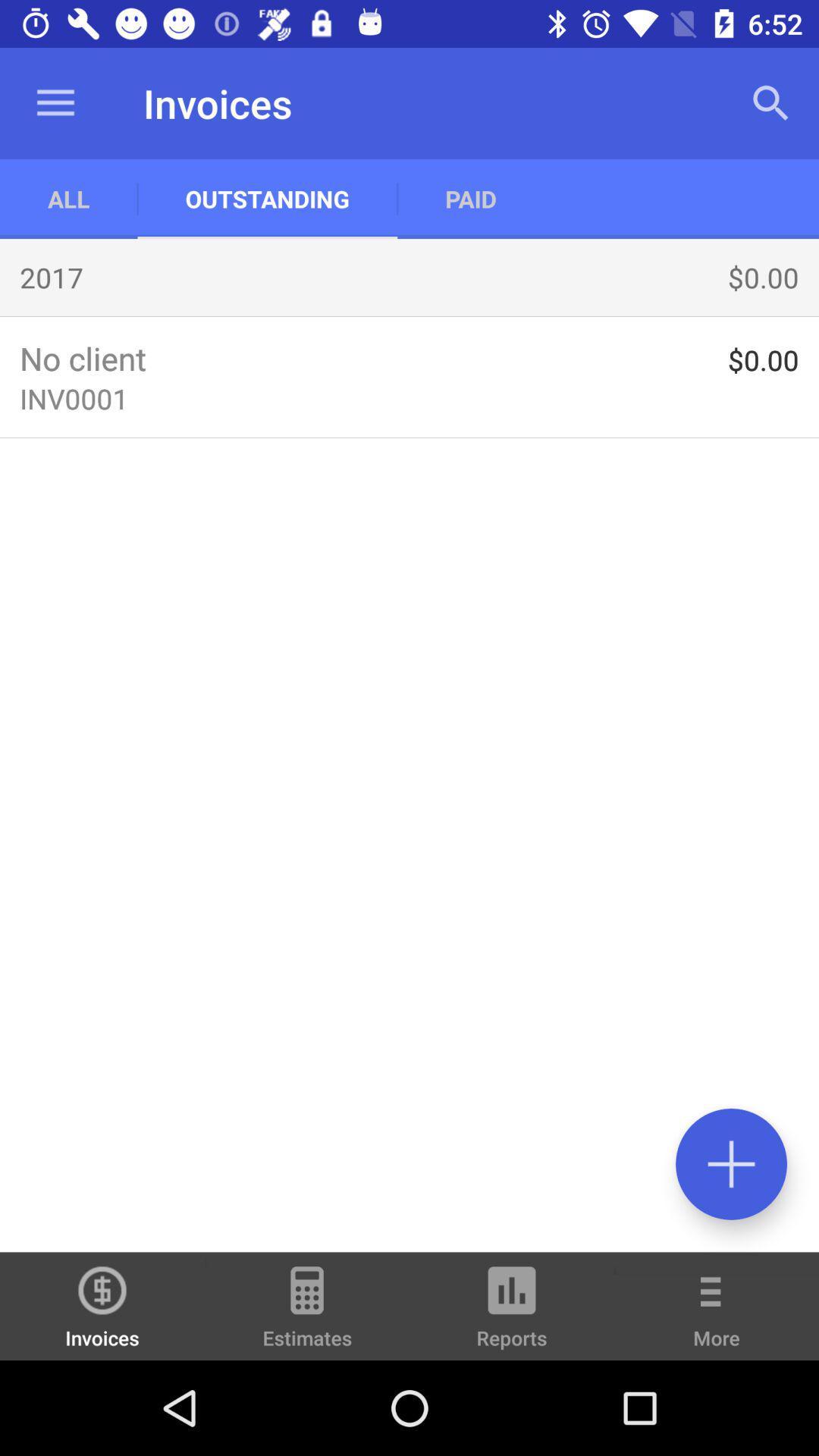 The image size is (819, 1456). What do you see at coordinates (730, 1163) in the screenshot?
I see `the add icon` at bounding box center [730, 1163].